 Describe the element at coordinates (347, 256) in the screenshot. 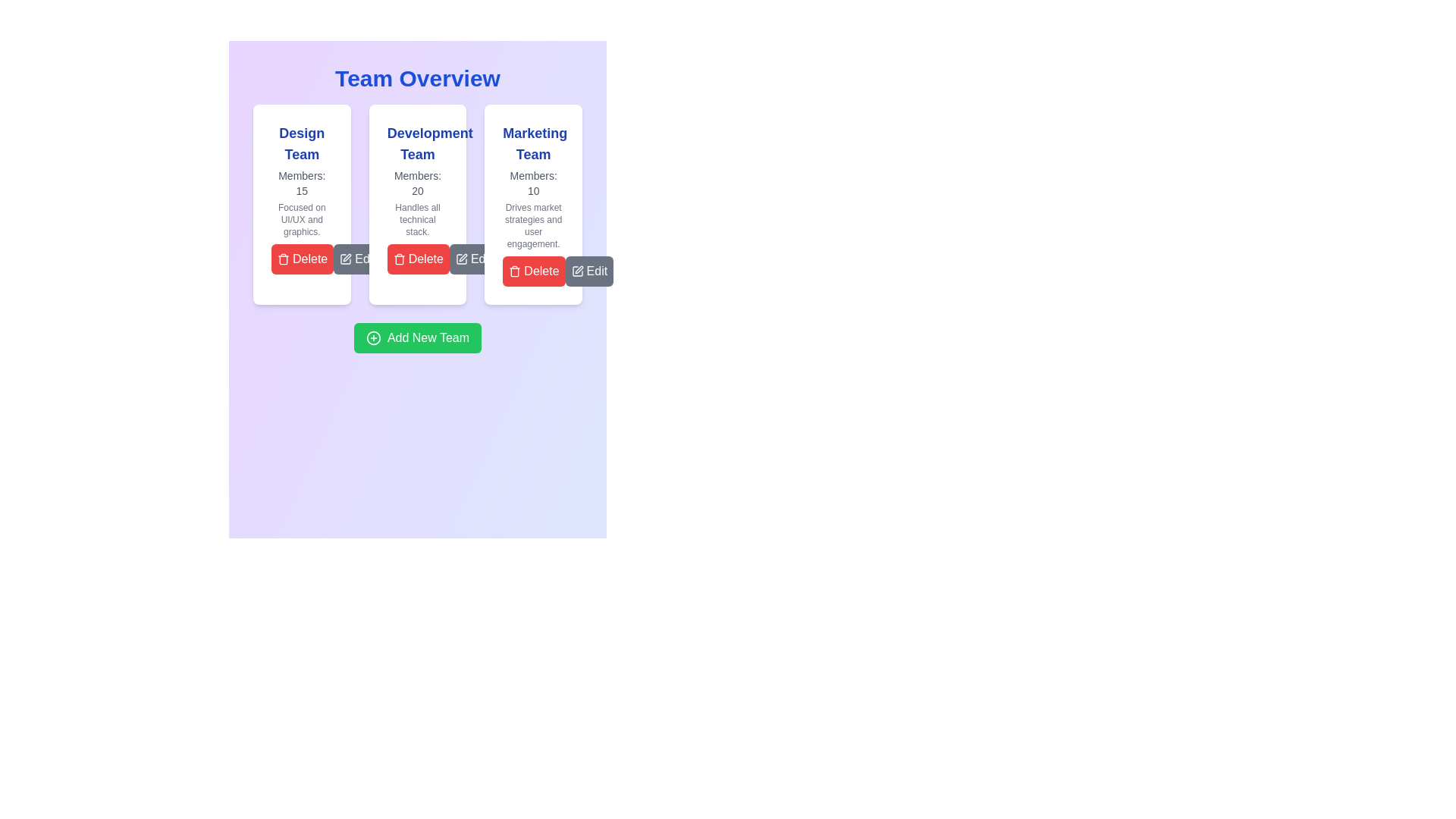

I see `the pen icon within the 'Edit' button group of the middle card labeled 'Development Team'` at that location.